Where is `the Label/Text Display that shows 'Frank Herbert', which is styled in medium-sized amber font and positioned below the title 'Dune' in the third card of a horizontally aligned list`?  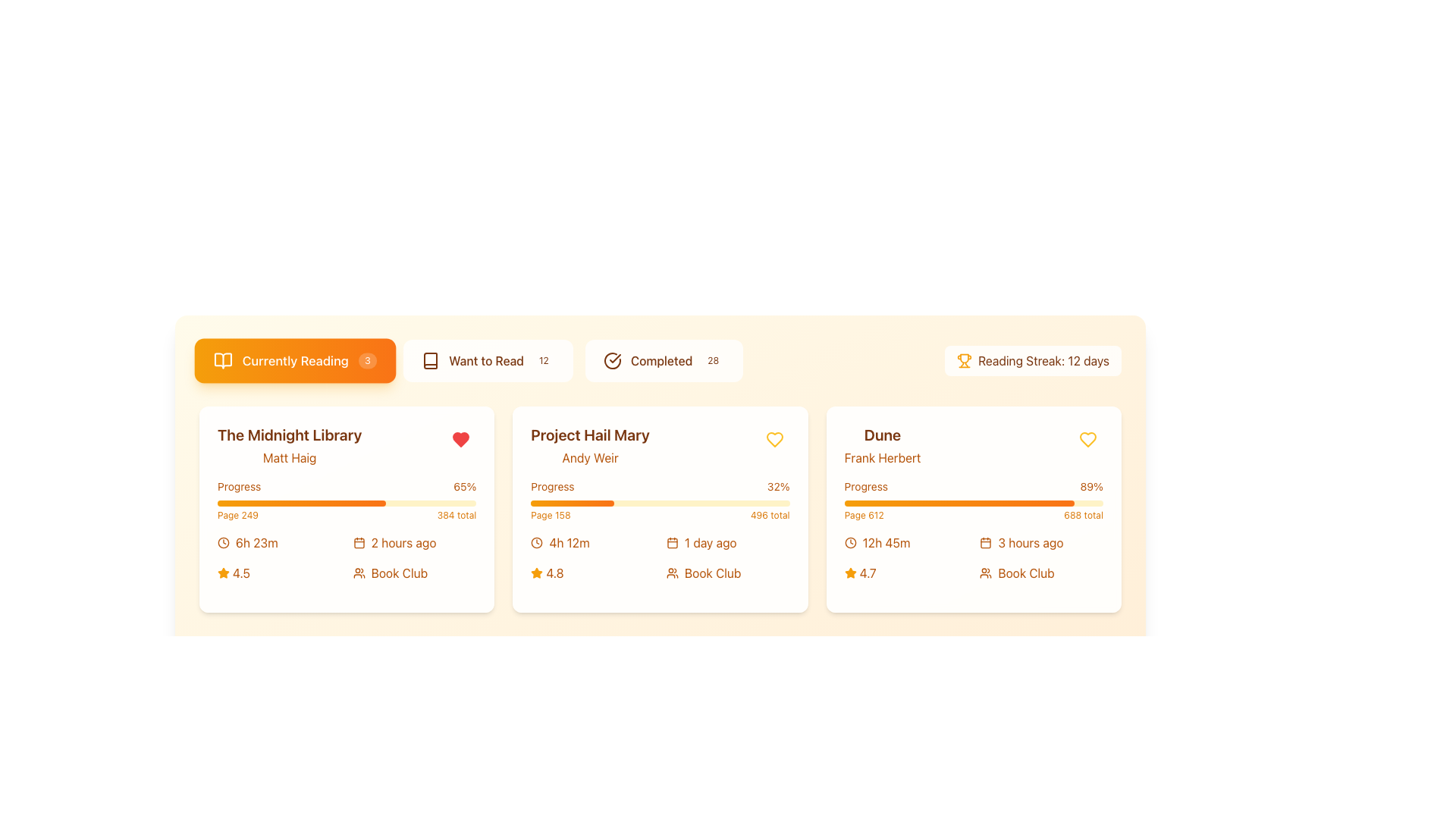
the Label/Text Display that shows 'Frank Herbert', which is styled in medium-sized amber font and positioned below the title 'Dune' in the third card of a horizontally aligned list is located at coordinates (882, 457).